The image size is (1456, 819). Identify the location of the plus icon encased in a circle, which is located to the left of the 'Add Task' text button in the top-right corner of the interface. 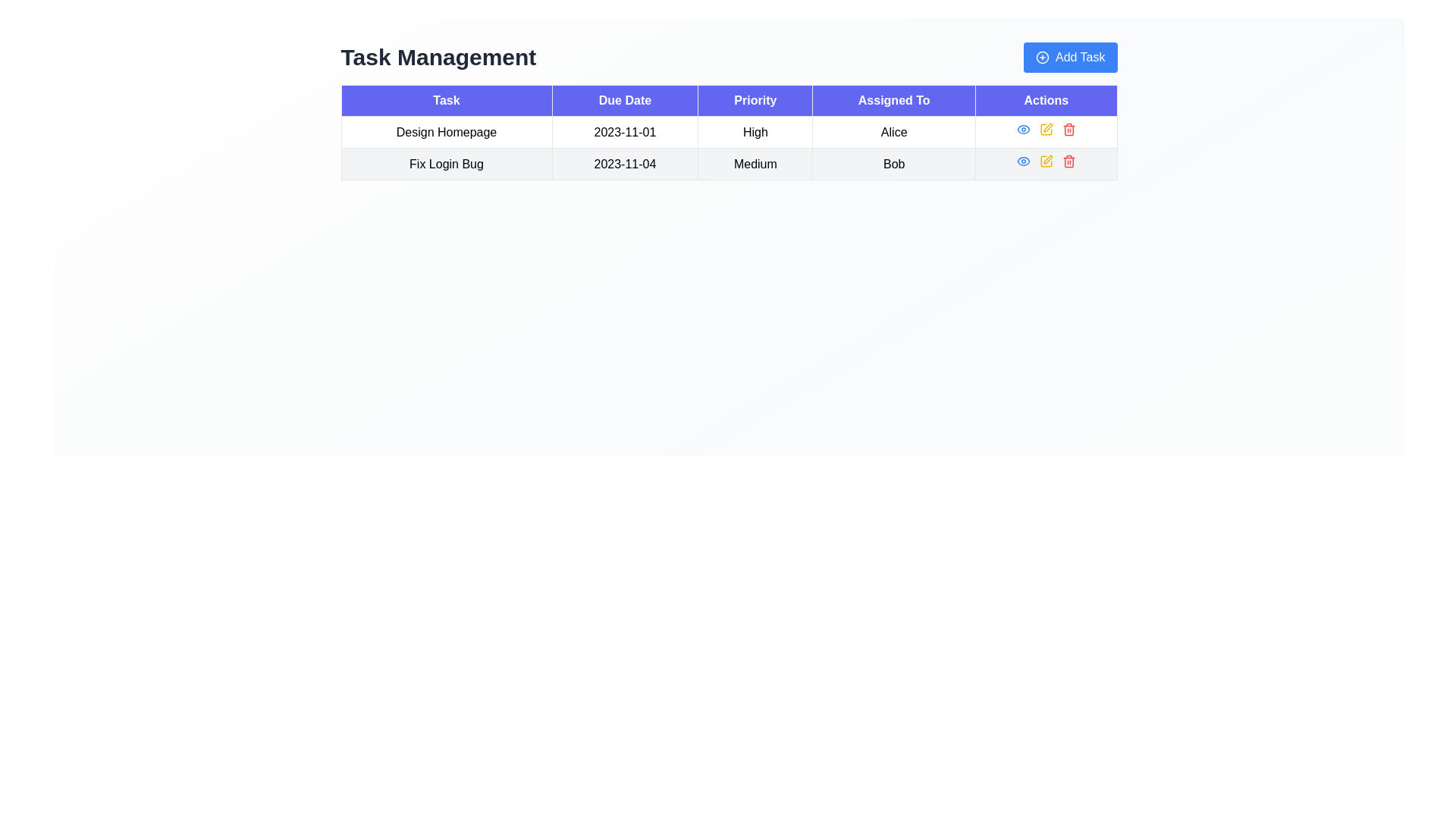
(1041, 57).